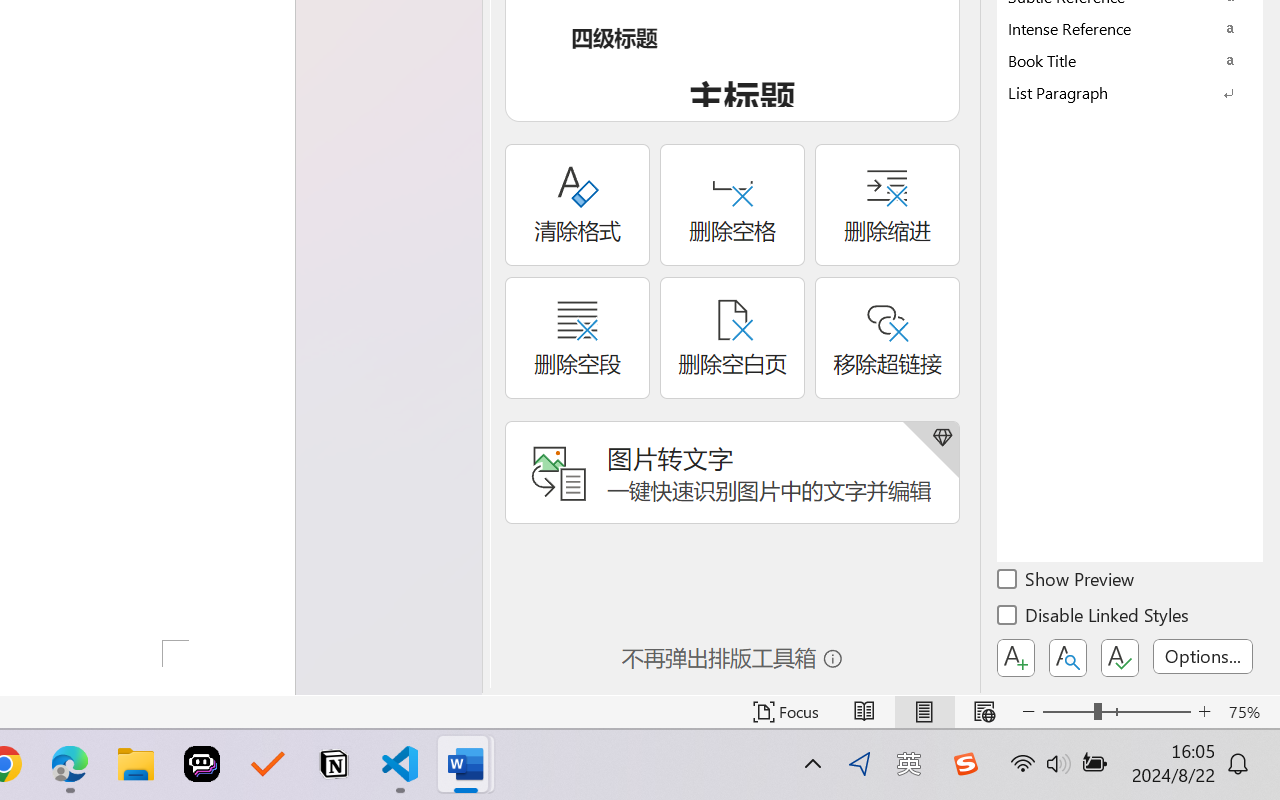 Image resolution: width=1280 pixels, height=800 pixels. Describe the element at coordinates (1067, 711) in the screenshot. I see `'Zoom Out'` at that location.